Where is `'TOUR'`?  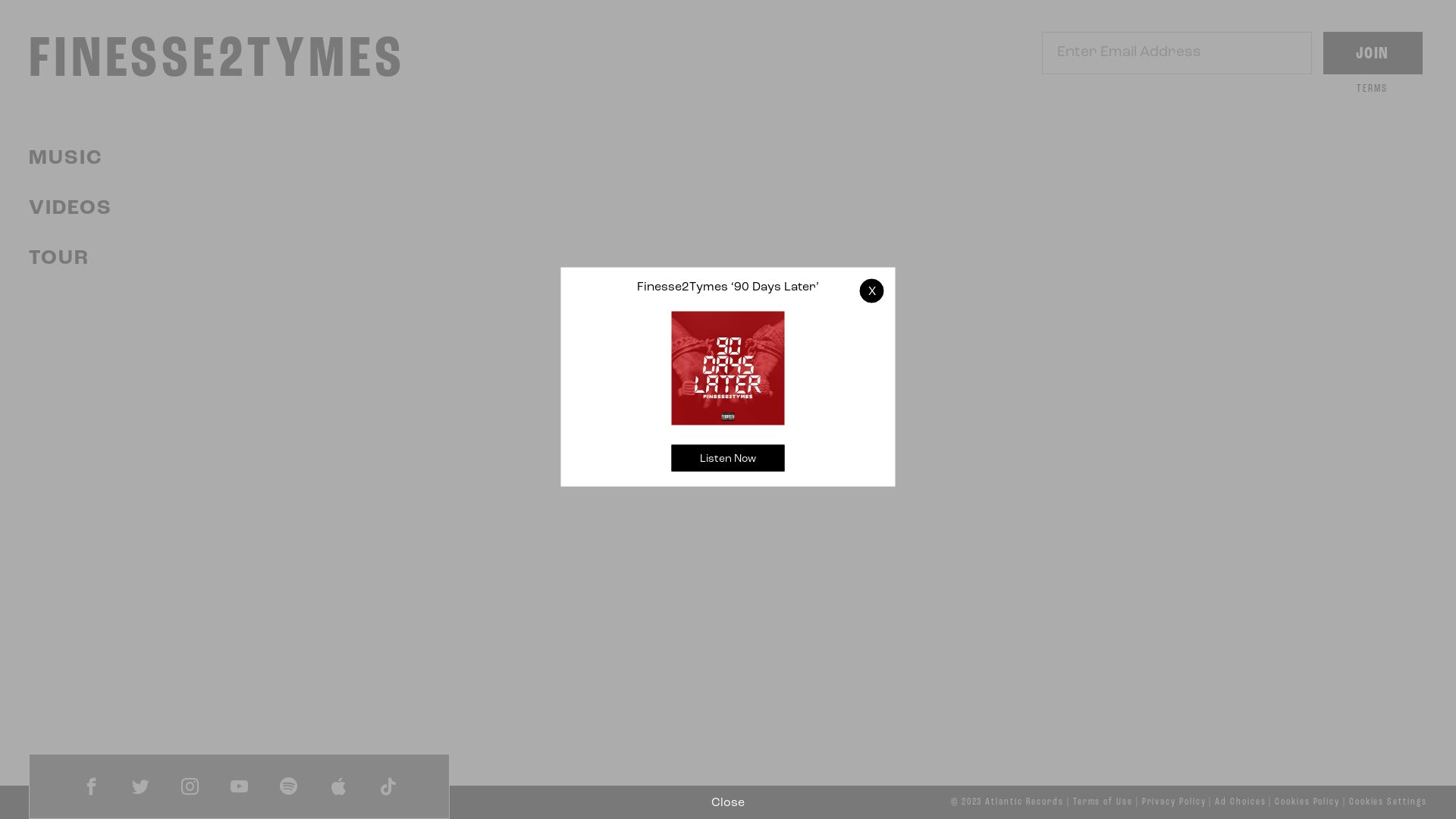 'TOUR' is located at coordinates (58, 258).